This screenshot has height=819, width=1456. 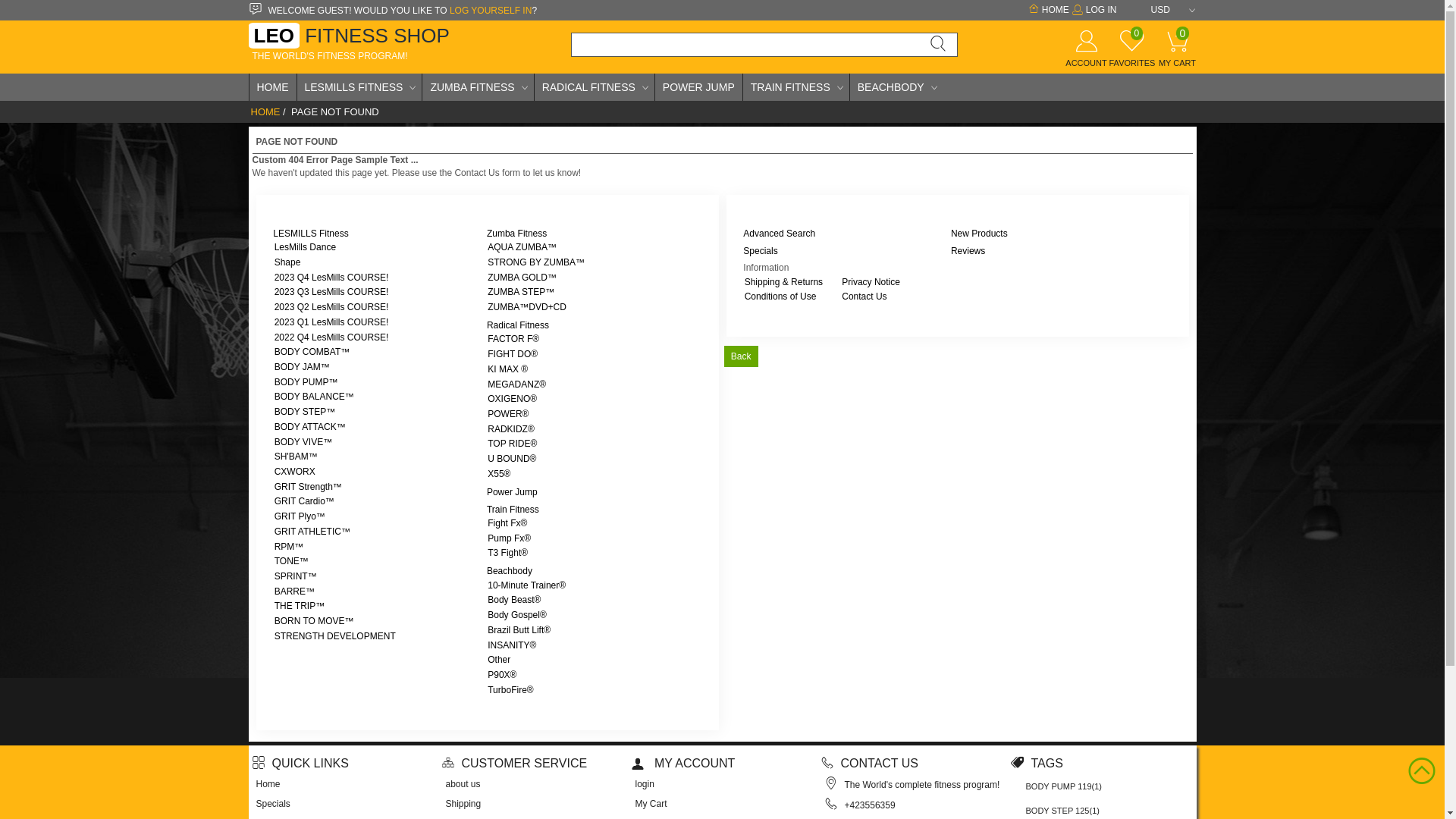 What do you see at coordinates (309, 234) in the screenshot?
I see `'LESMILLS Fitness'` at bounding box center [309, 234].